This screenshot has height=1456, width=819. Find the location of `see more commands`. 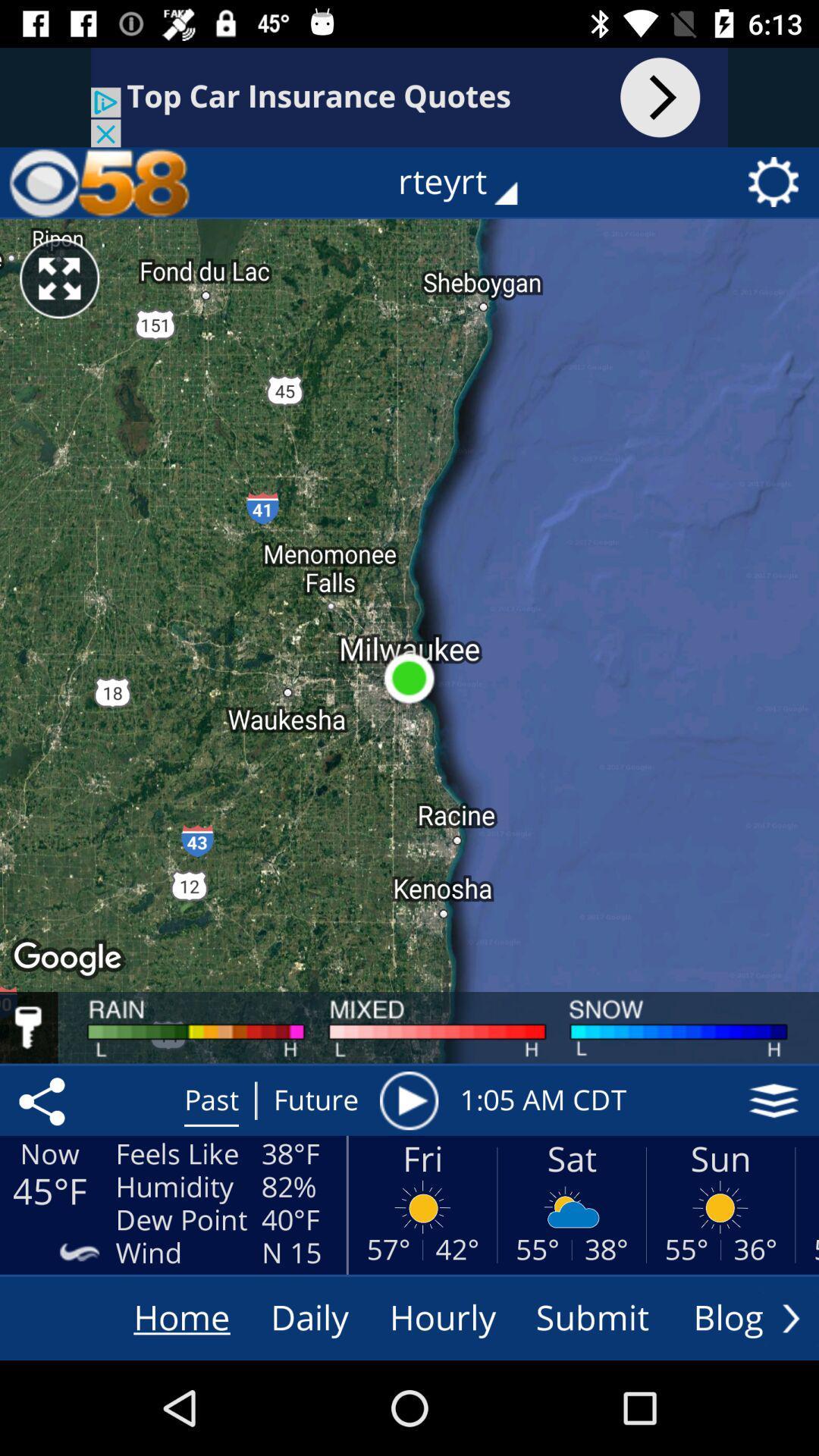

see more commands is located at coordinates (790, 1317).